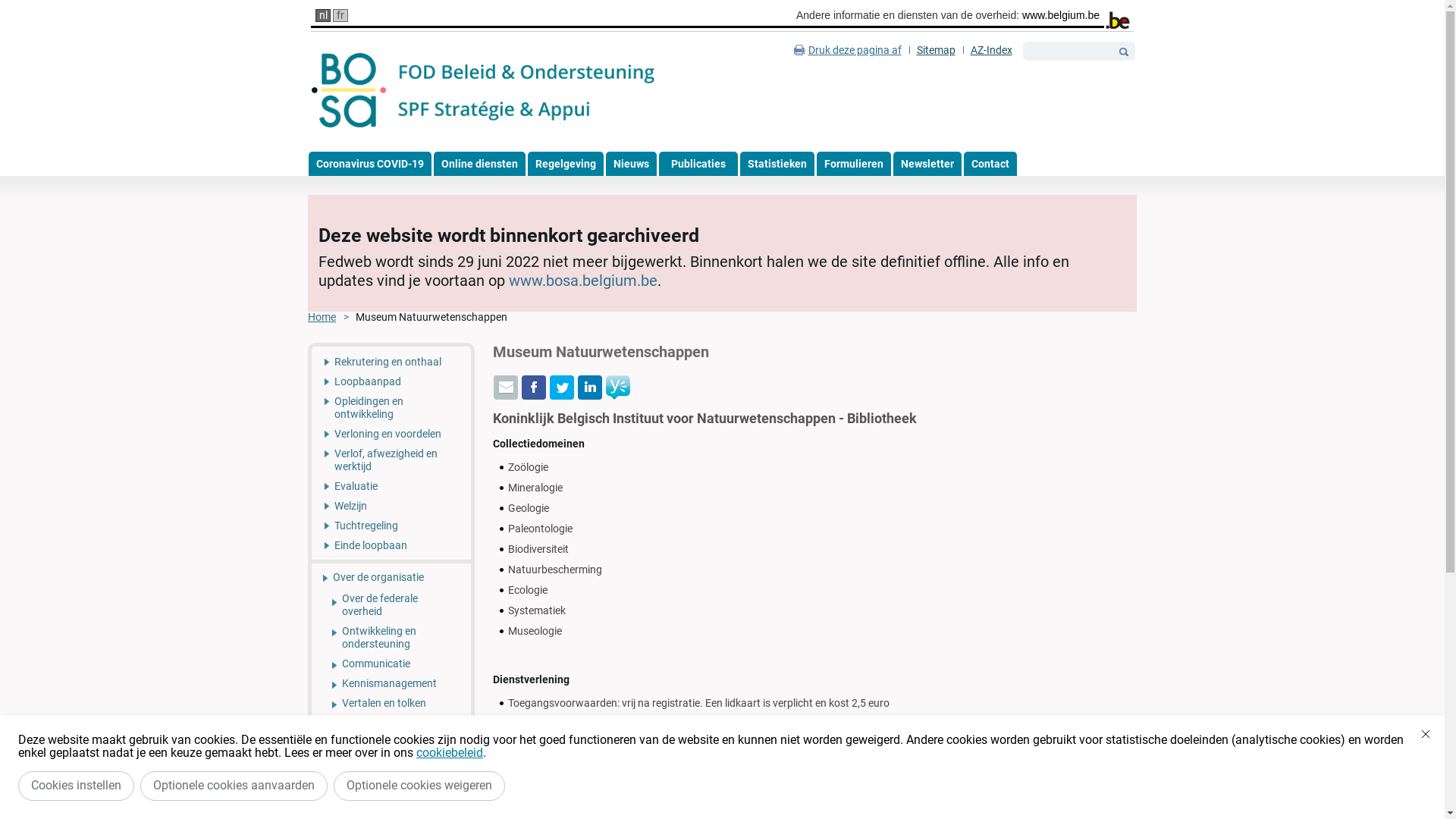  Describe the element at coordinates (331, 15) in the screenshot. I see `'fr'` at that location.